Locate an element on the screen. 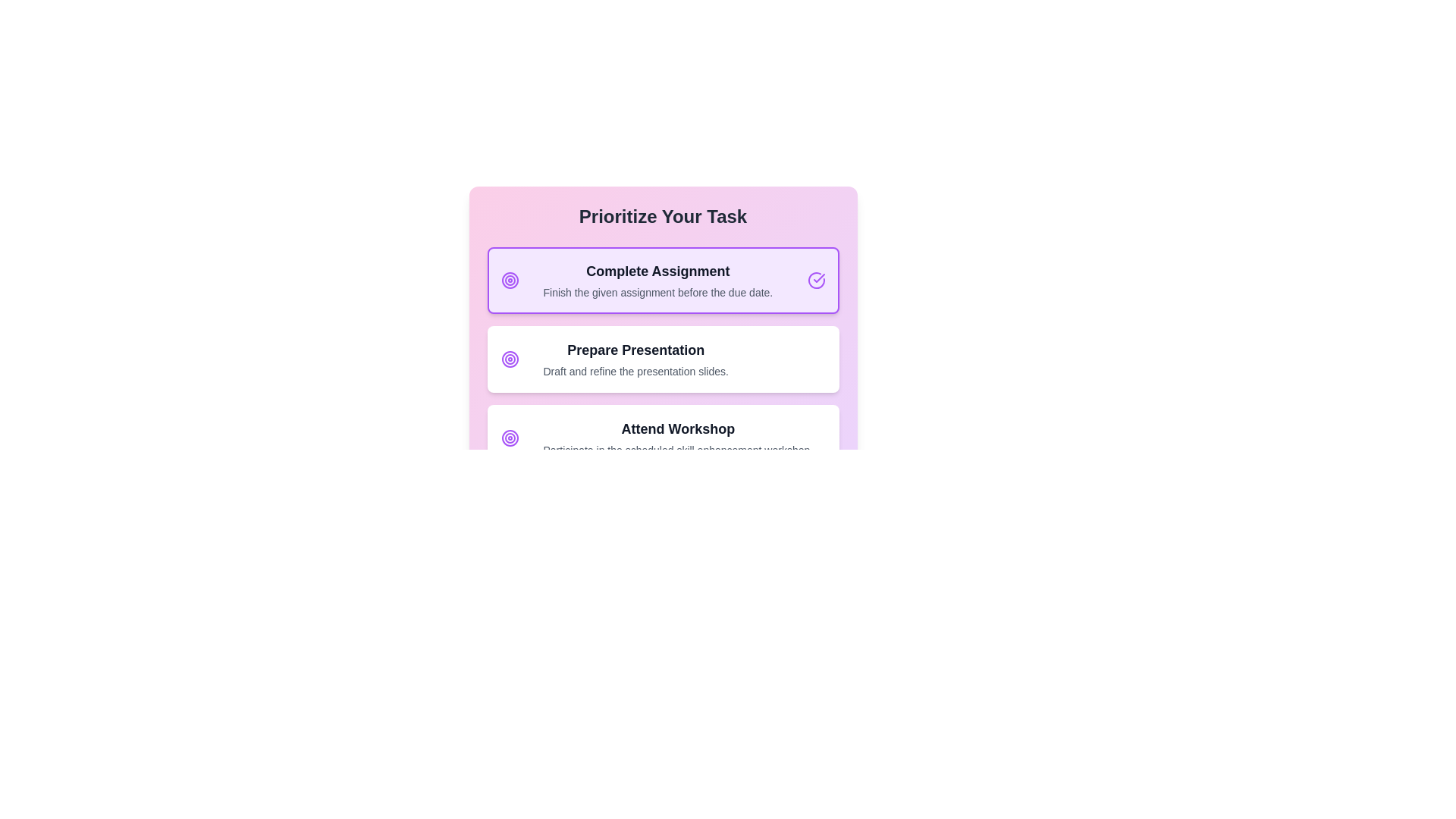 This screenshot has width=1456, height=819. the Text Content Box that displays information about the task 'Complete Assignment' located in the first task card under 'Prioritize Your Task.' is located at coordinates (657, 281).